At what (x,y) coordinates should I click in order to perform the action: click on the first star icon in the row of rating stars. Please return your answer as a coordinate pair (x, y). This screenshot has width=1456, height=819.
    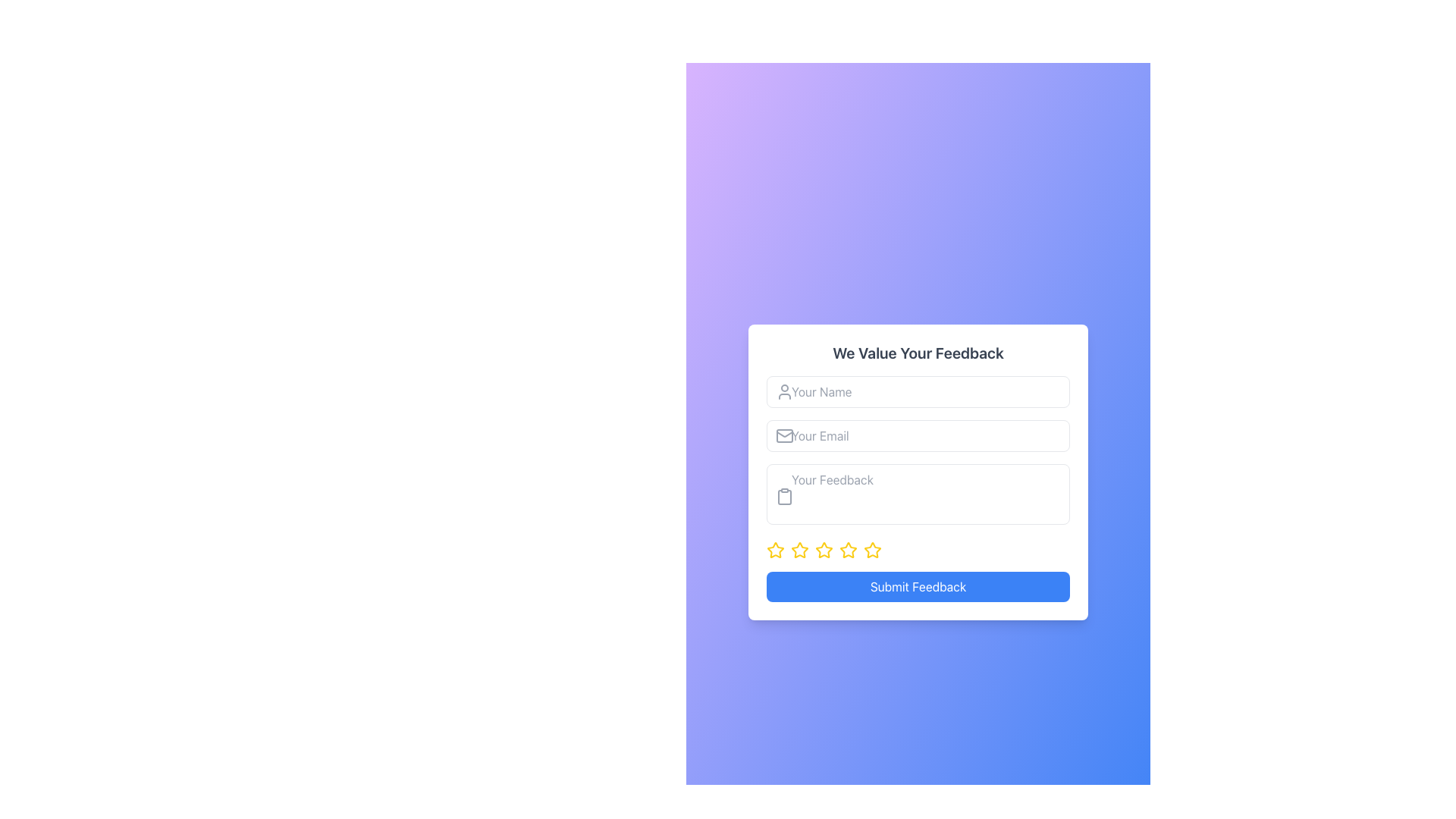
    Looking at the image, I should click on (775, 550).